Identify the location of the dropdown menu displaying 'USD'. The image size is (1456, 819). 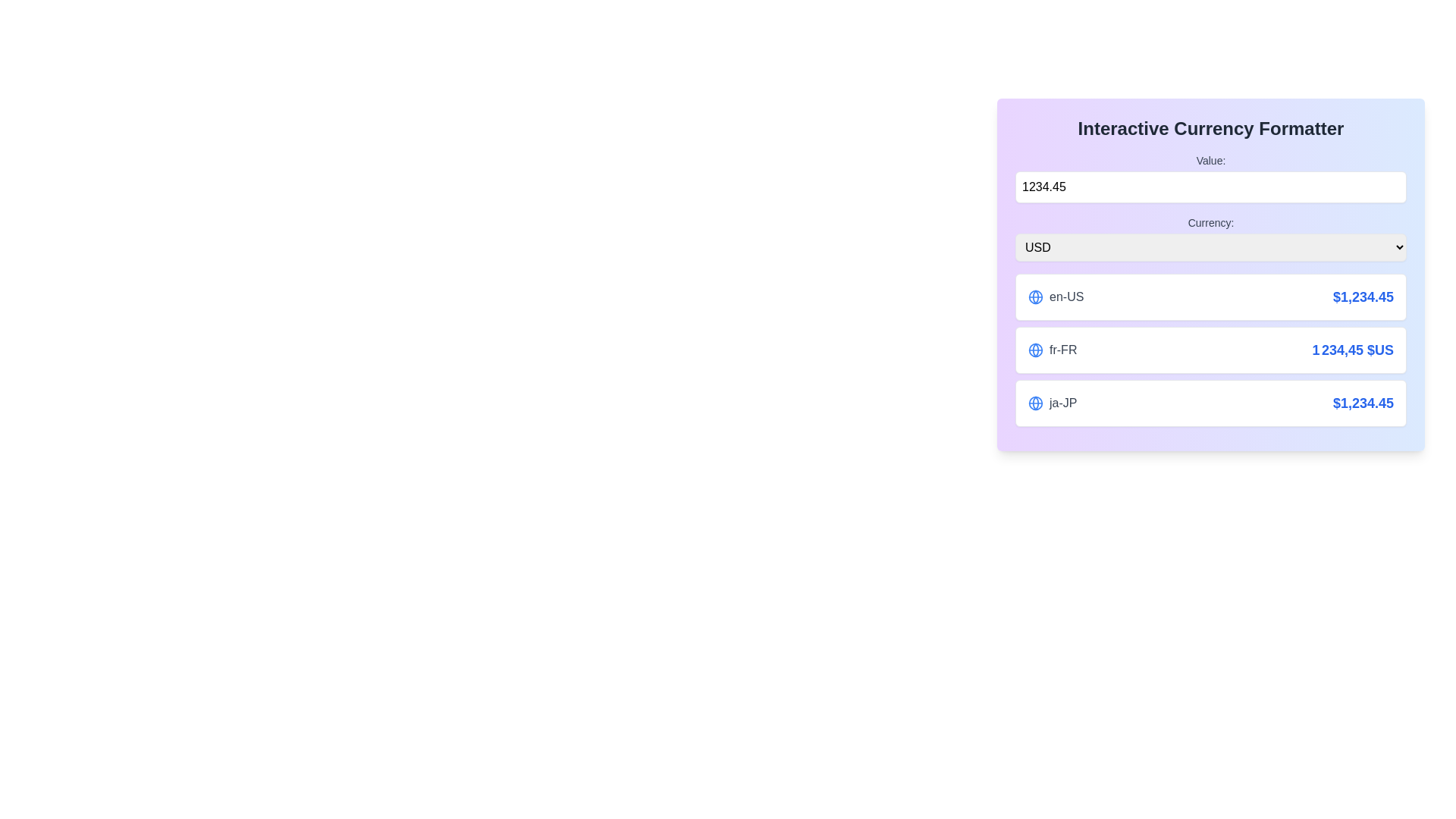
(1210, 246).